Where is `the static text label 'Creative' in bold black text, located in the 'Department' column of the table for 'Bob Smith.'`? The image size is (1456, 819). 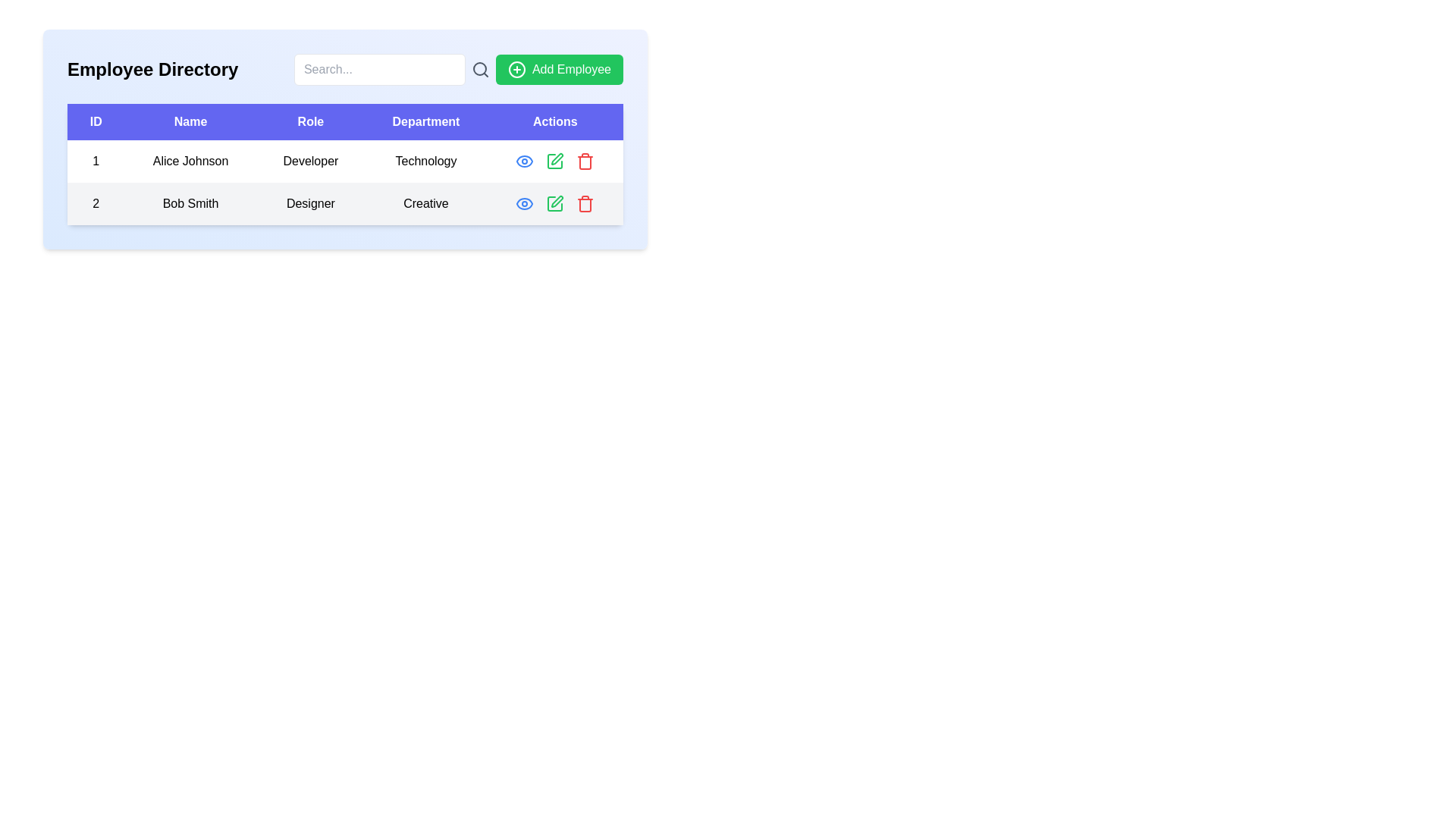
the static text label 'Creative' in bold black text, located in the 'Department' column of the table for 'Bob Smith.' is located at coordinates (425, 203).